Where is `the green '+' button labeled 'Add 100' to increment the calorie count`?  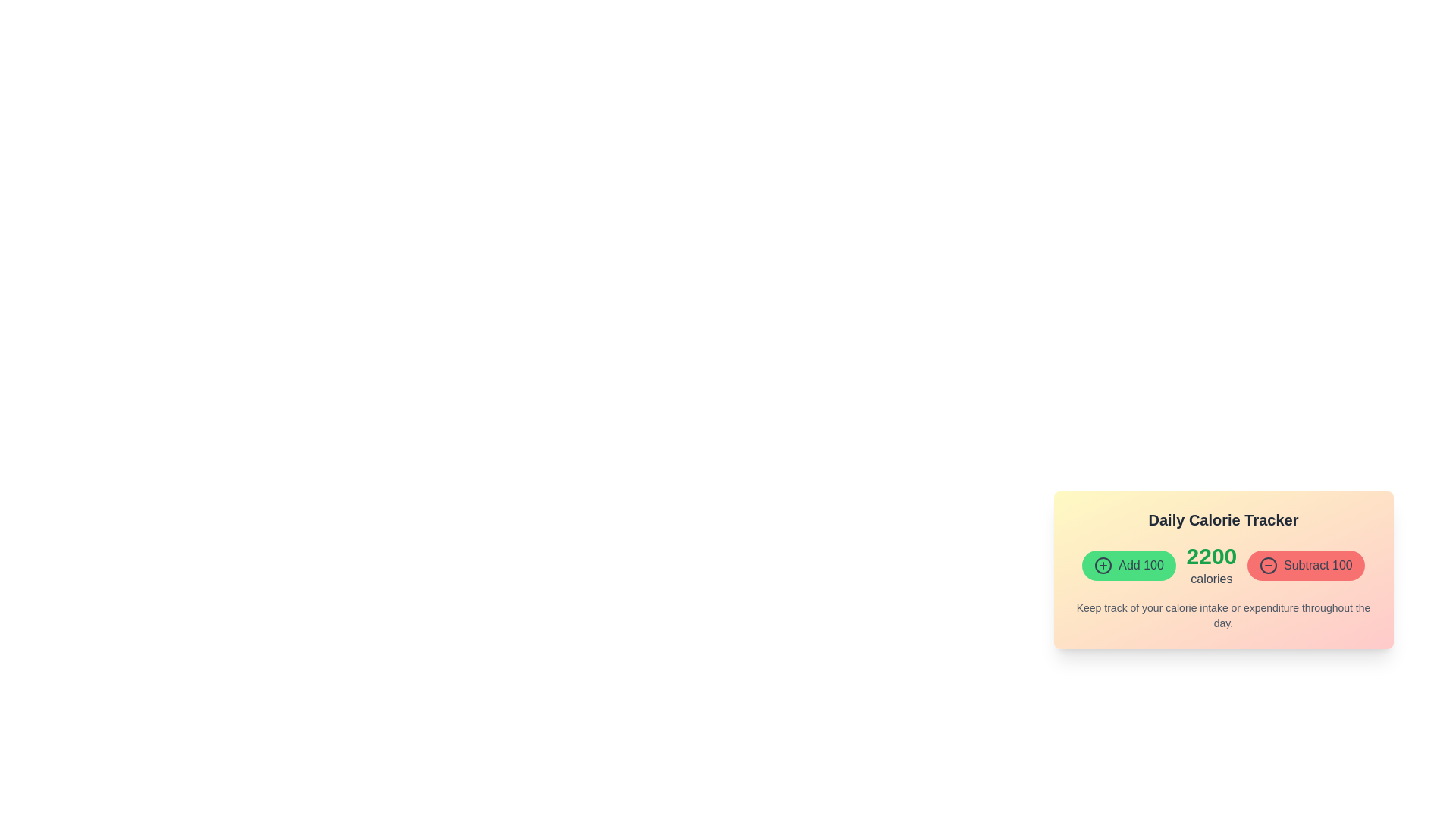 the green '+' button labeled 'Add 100' to increment the calorie count is located at coordinates (1128, 565).